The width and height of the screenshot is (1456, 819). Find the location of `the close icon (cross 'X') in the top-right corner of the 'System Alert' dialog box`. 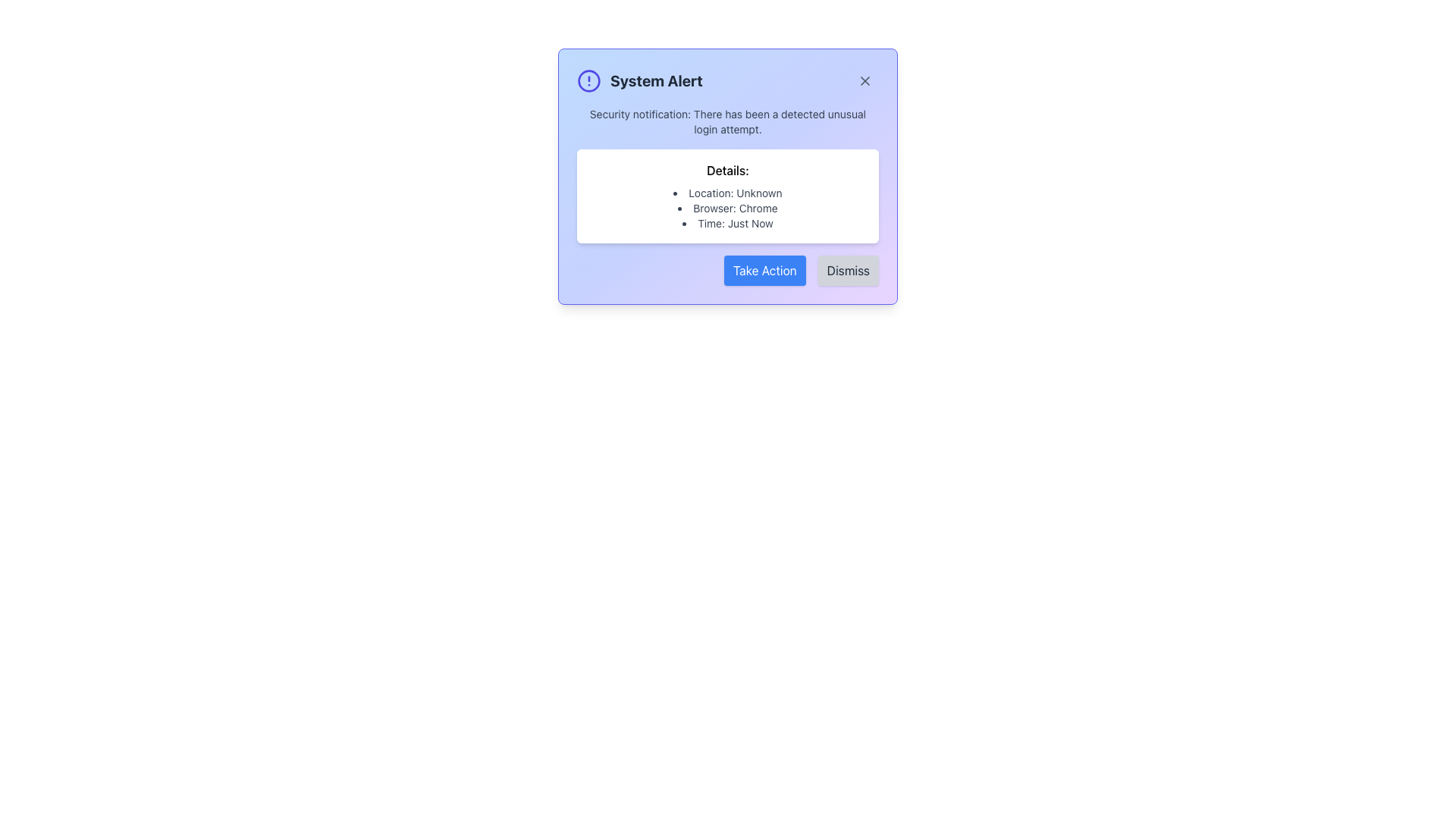

the close icon (cross 'X') in the top-right corner of the 'System Alert' dialog box is located at coordinates (865, 81).